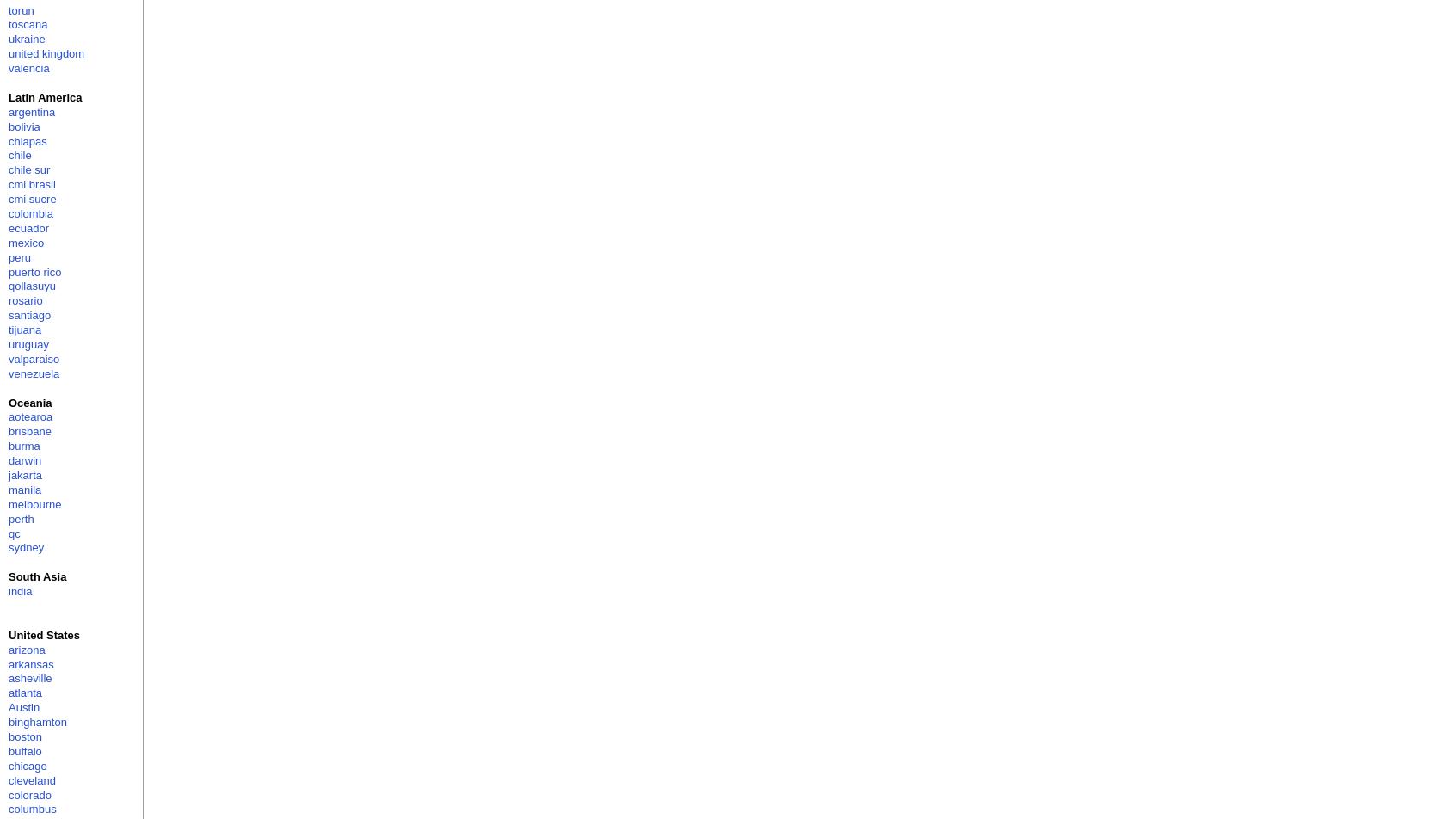 The width and height of the screenshot is (1456, 819). What do you see at coordinates (19, 591) in the screenshot?
I see `'india'` at bounding box center [19, 591].